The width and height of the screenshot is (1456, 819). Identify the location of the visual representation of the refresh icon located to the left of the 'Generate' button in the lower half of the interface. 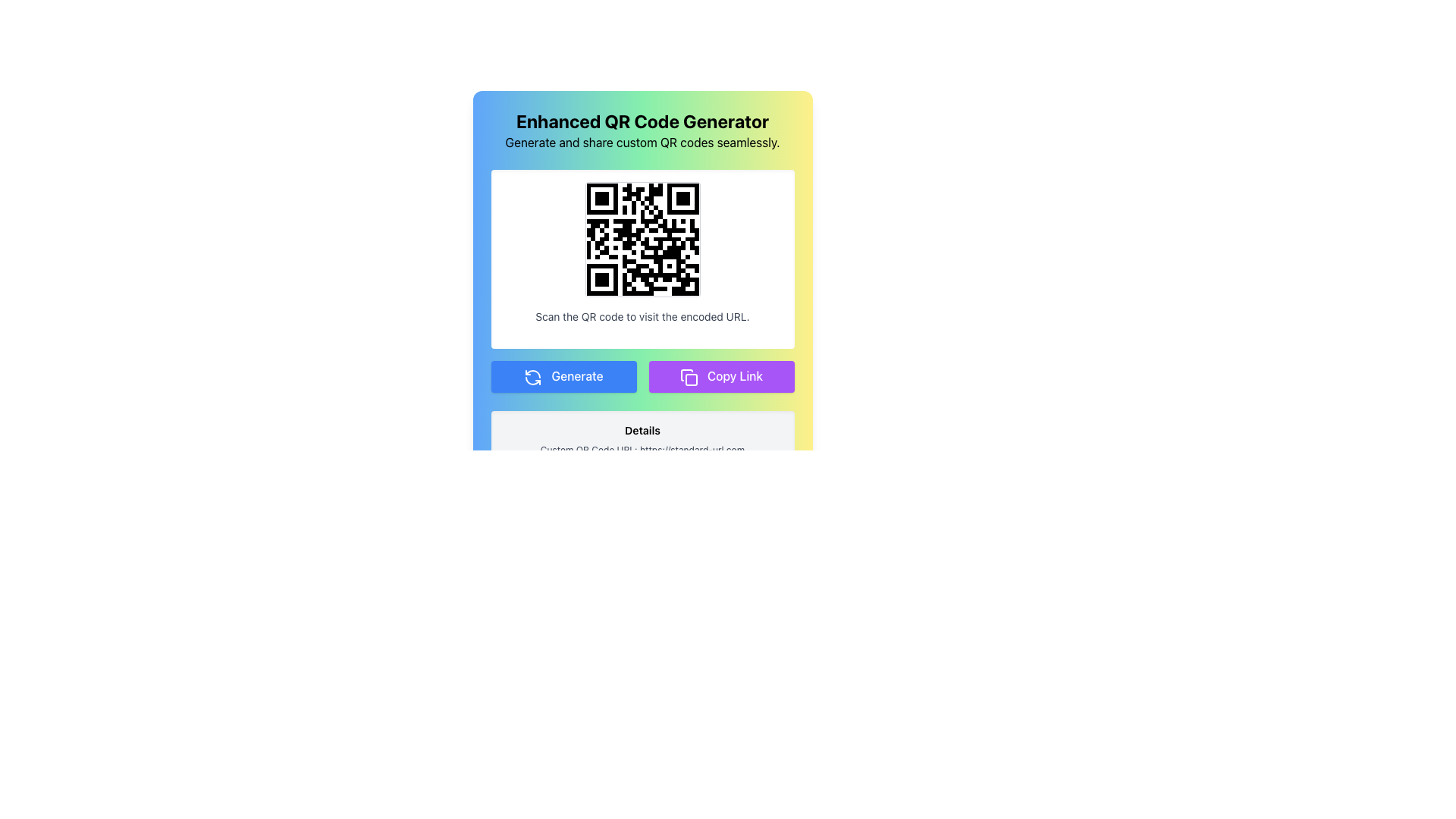
(533, 376).